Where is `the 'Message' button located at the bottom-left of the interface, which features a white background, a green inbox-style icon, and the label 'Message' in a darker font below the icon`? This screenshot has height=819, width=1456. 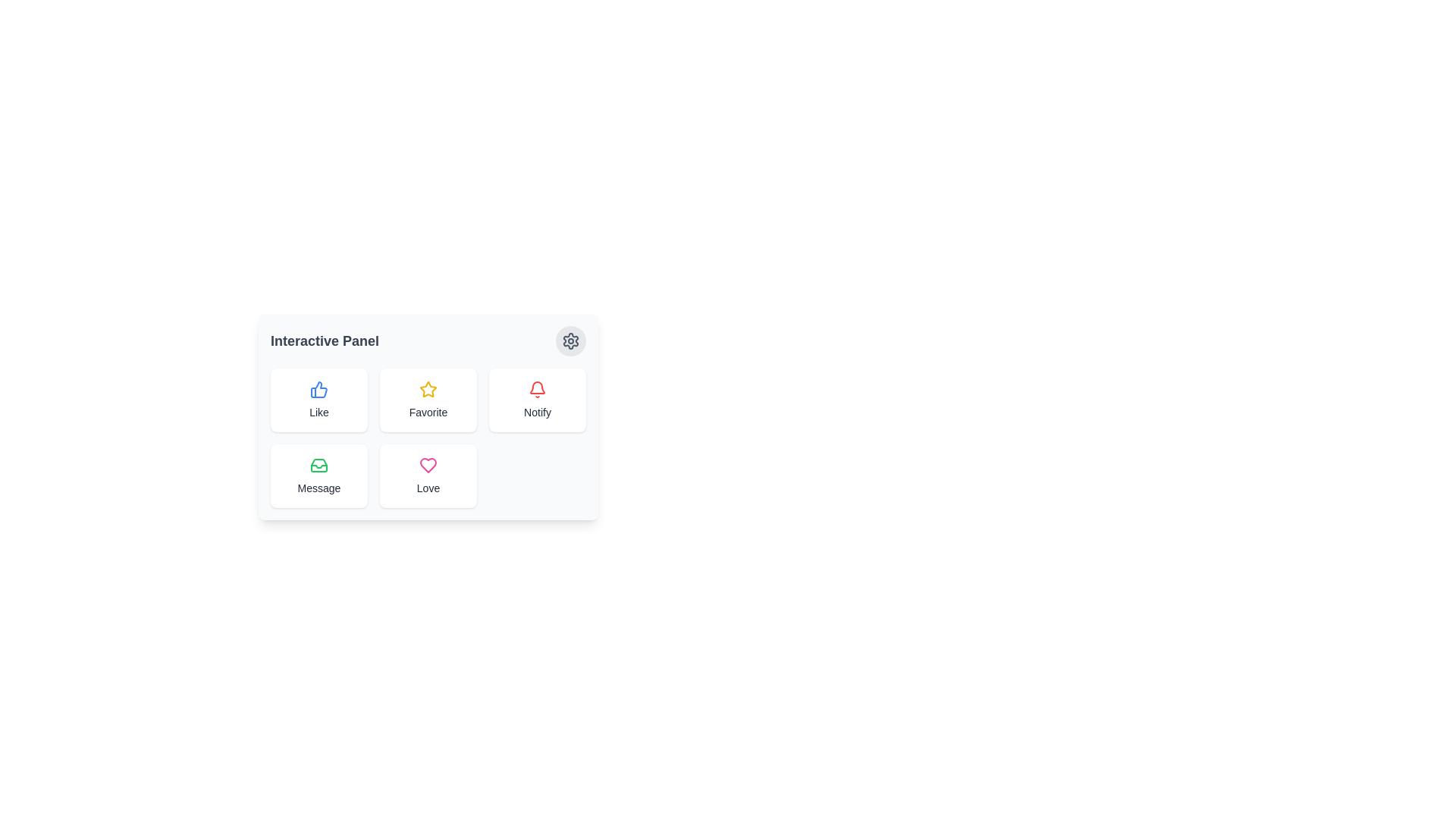 the 'Message' button located at the bottom-left of the interface, which features a white background, a green inbox-style icon, and the label 'Message' in a darker font below the icon is located at coordinates (318, 475).